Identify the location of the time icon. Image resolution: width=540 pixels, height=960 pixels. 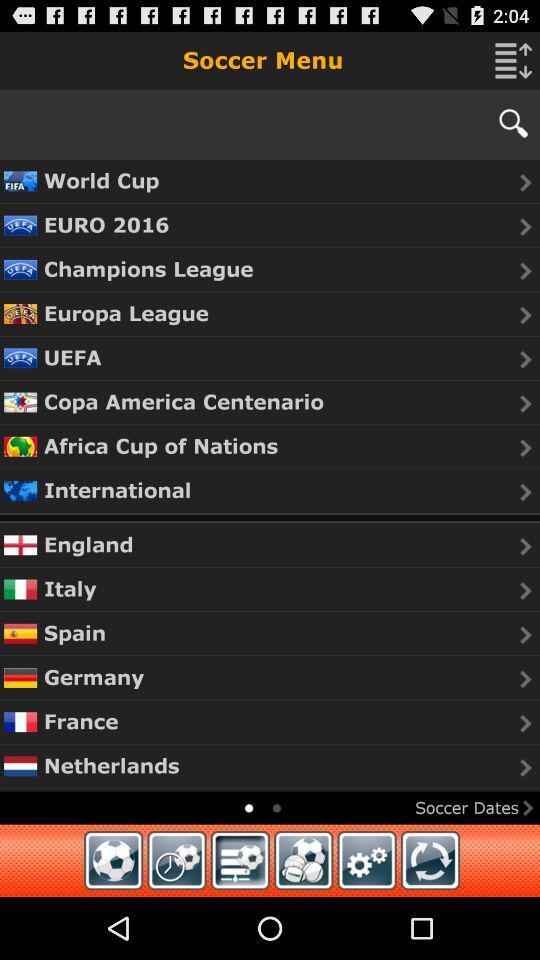
(177, 921).